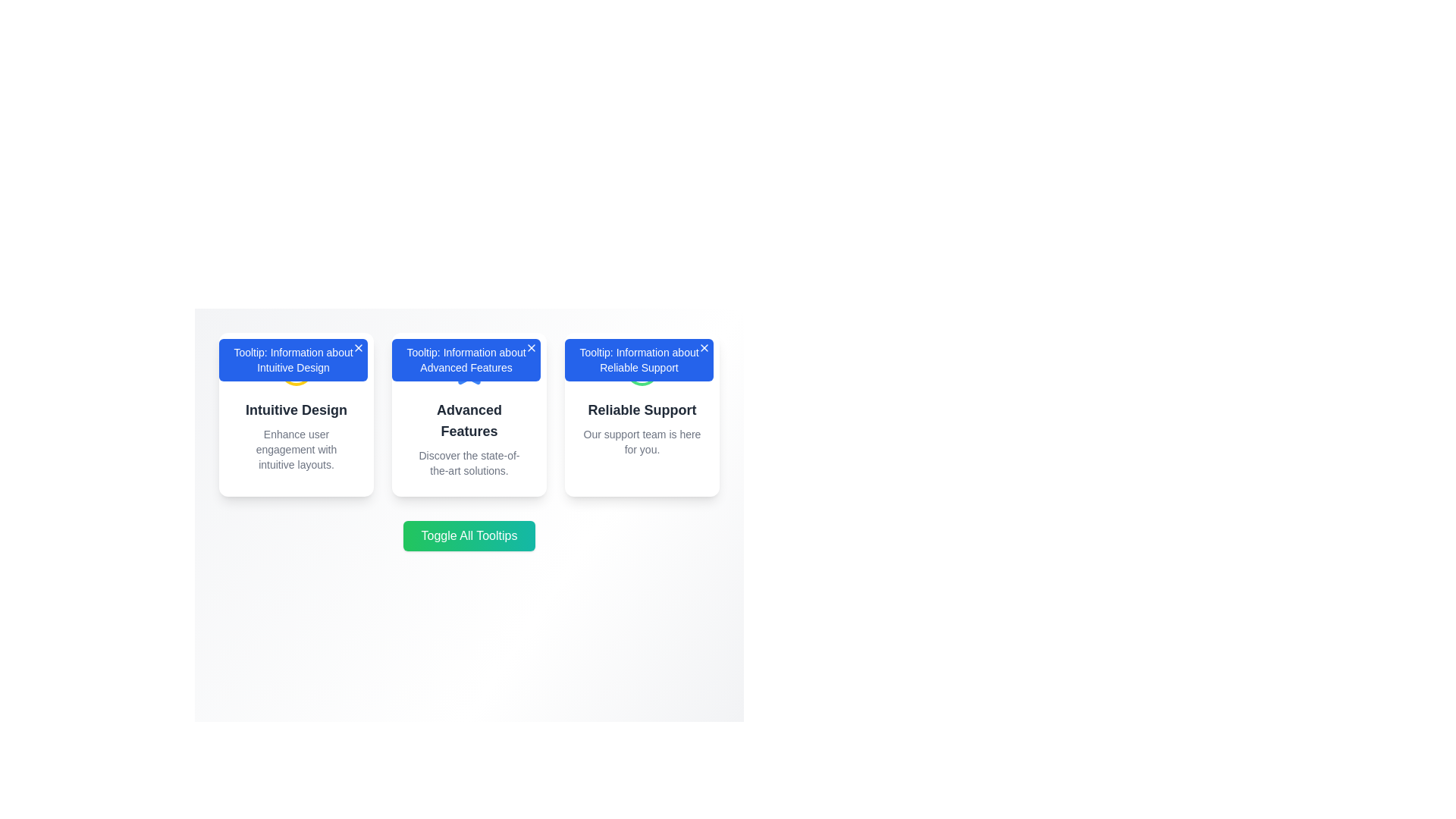 The height and width of the screenshot is (819, 1456). What do you see at coordinates (642, 441) in the screenshot?
I see `text displayed in light gray color that says 'Our support team is here for you.' which is located at the center of the card titled 'Reliable Support'` at bounding box center [642, 441].